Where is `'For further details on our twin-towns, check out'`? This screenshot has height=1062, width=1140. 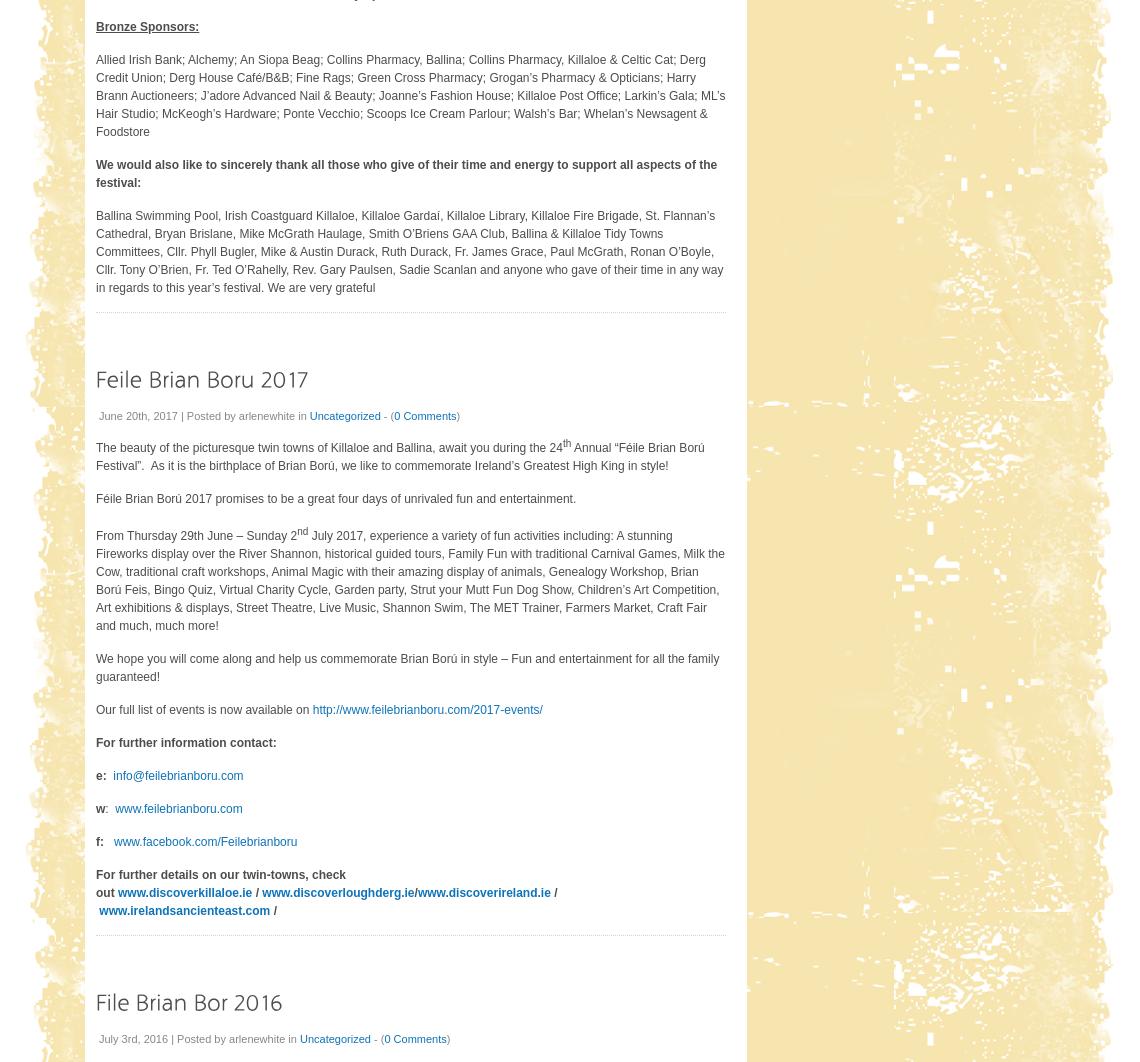 'For further details on our twin-towns, check out' is located at coordinates (220, 882).